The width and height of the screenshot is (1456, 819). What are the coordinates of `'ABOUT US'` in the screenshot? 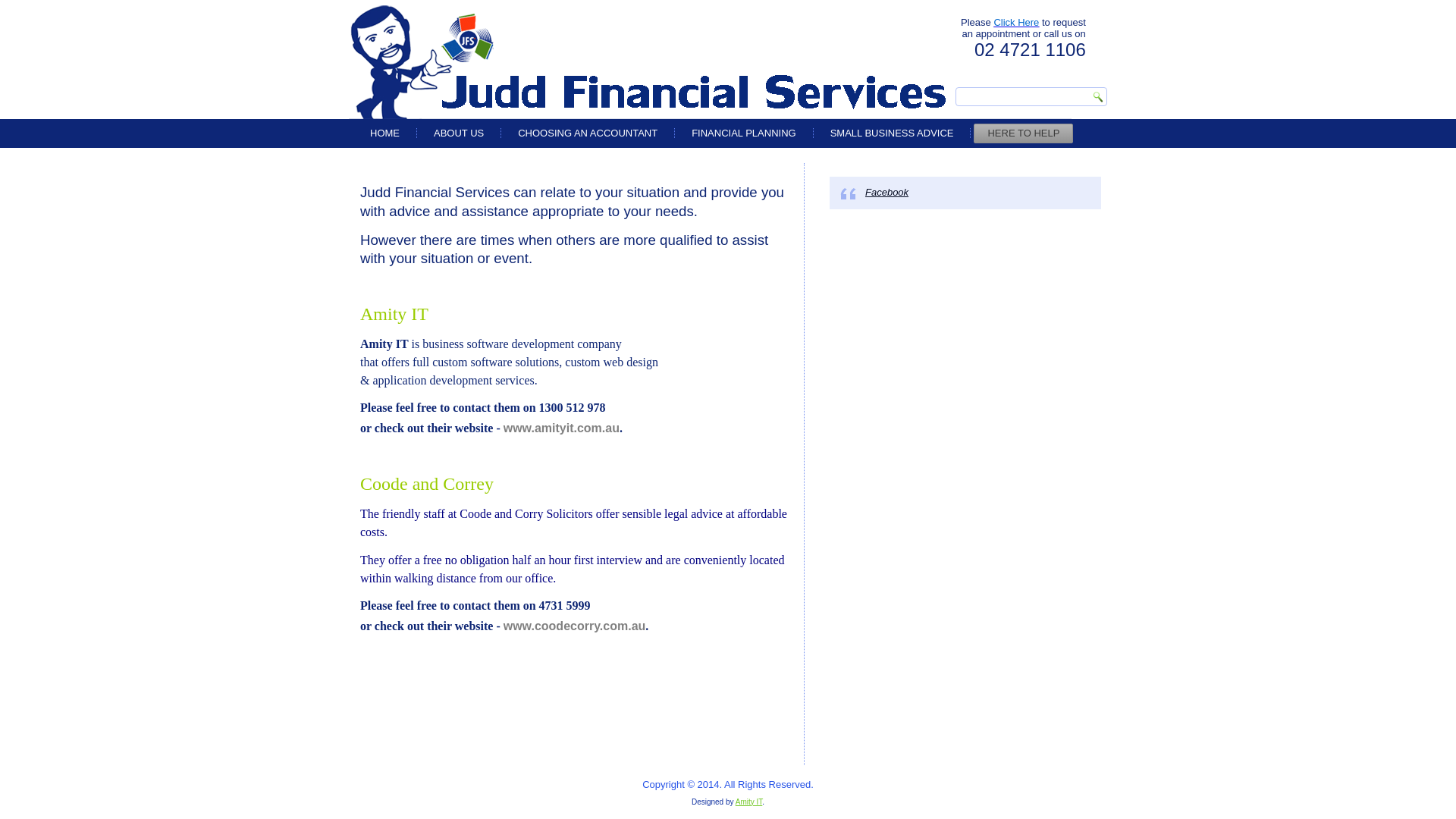 It's located at (457, 133).